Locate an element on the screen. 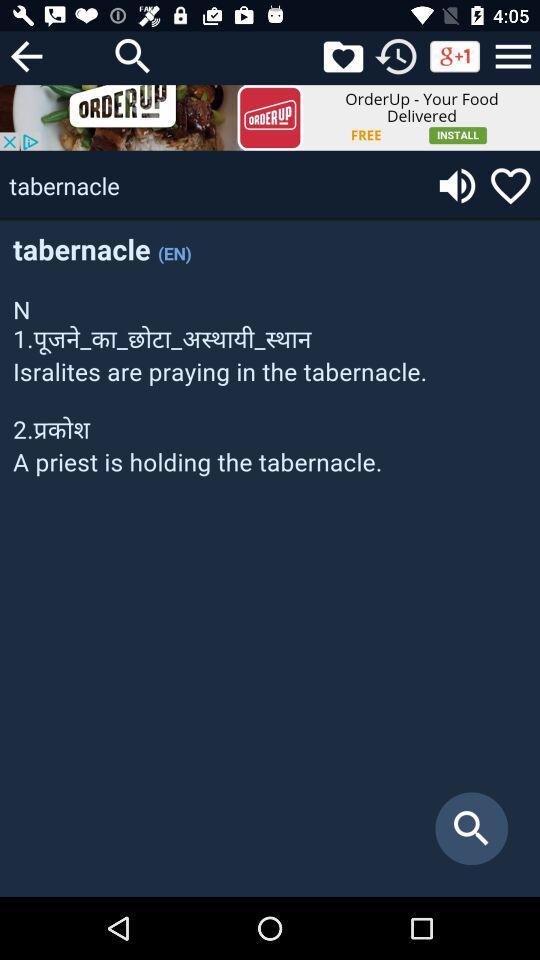 The height and width of the screenshot is (960, 540). the volume icon is located at coordinates (457, 185).